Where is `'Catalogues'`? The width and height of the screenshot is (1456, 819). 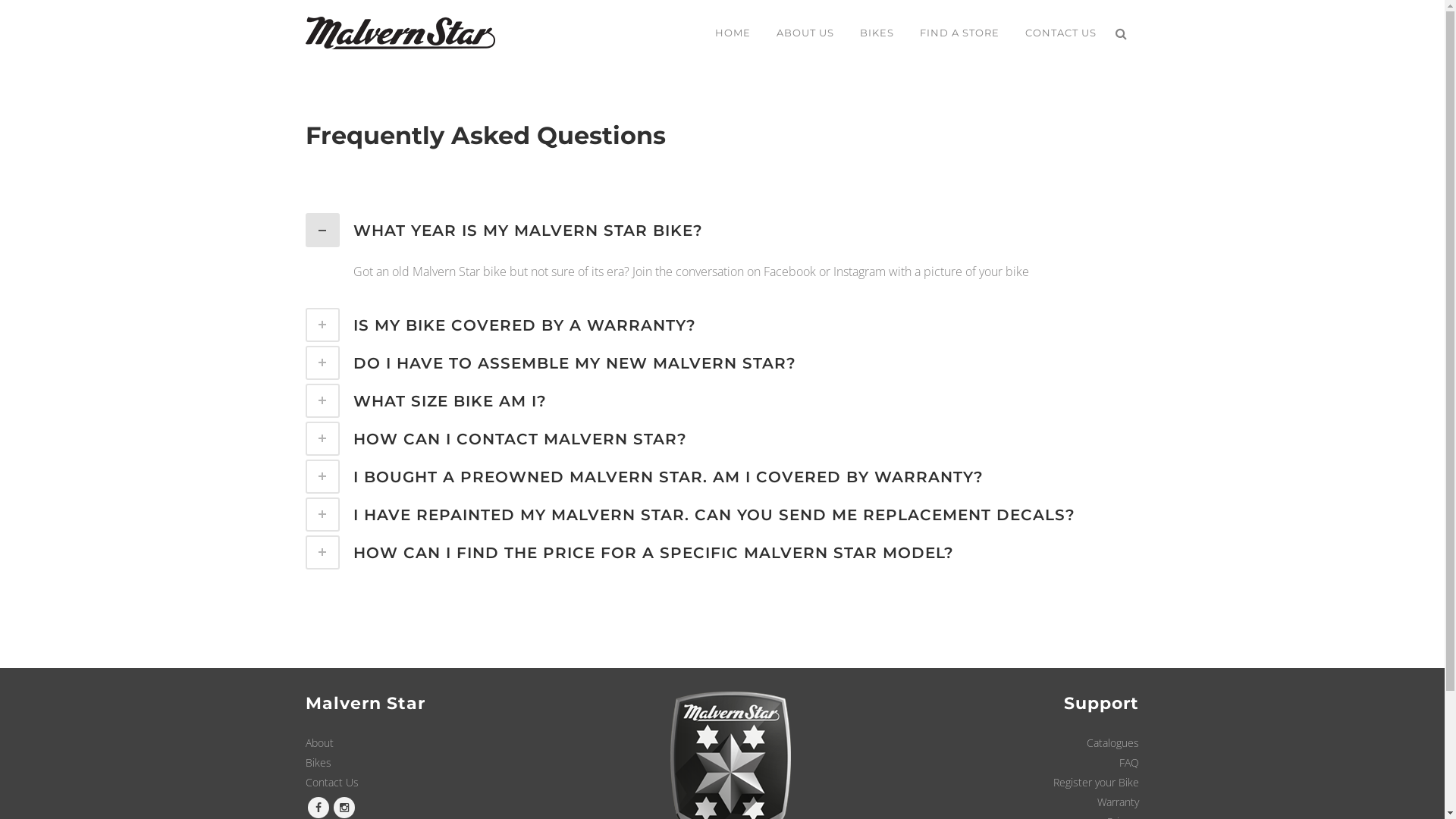
'Catalogues' is located at coordinates (1112, 742).